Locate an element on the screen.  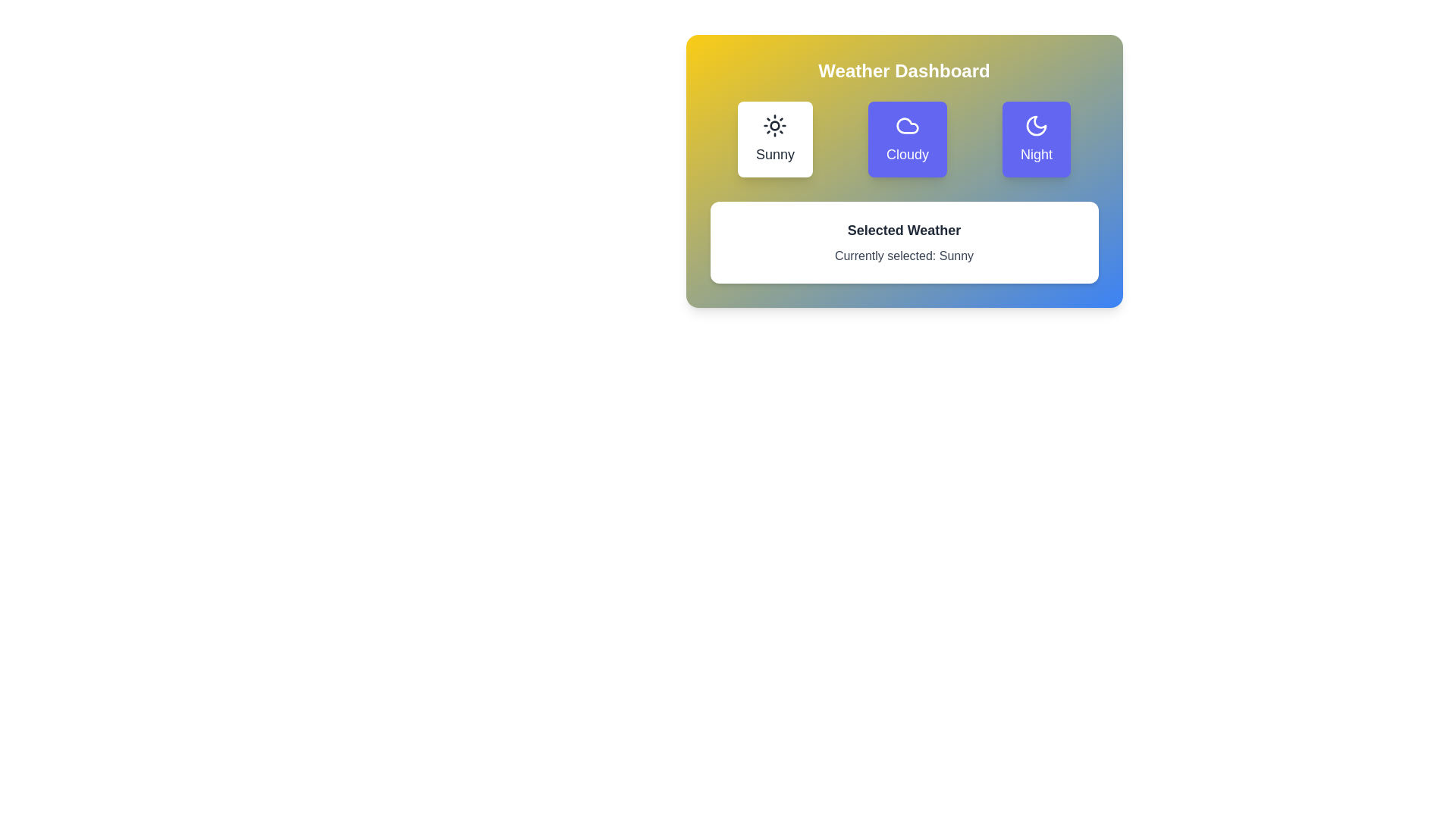
the Display Card that shows the label 'Selected Weather' with the weather condition 'Sunny', located in the 'Weather Dashboard' section beneath the buttons labeled 'Sunny', 'Cloudy', and 'Night' is located at coordinates (904, 242).